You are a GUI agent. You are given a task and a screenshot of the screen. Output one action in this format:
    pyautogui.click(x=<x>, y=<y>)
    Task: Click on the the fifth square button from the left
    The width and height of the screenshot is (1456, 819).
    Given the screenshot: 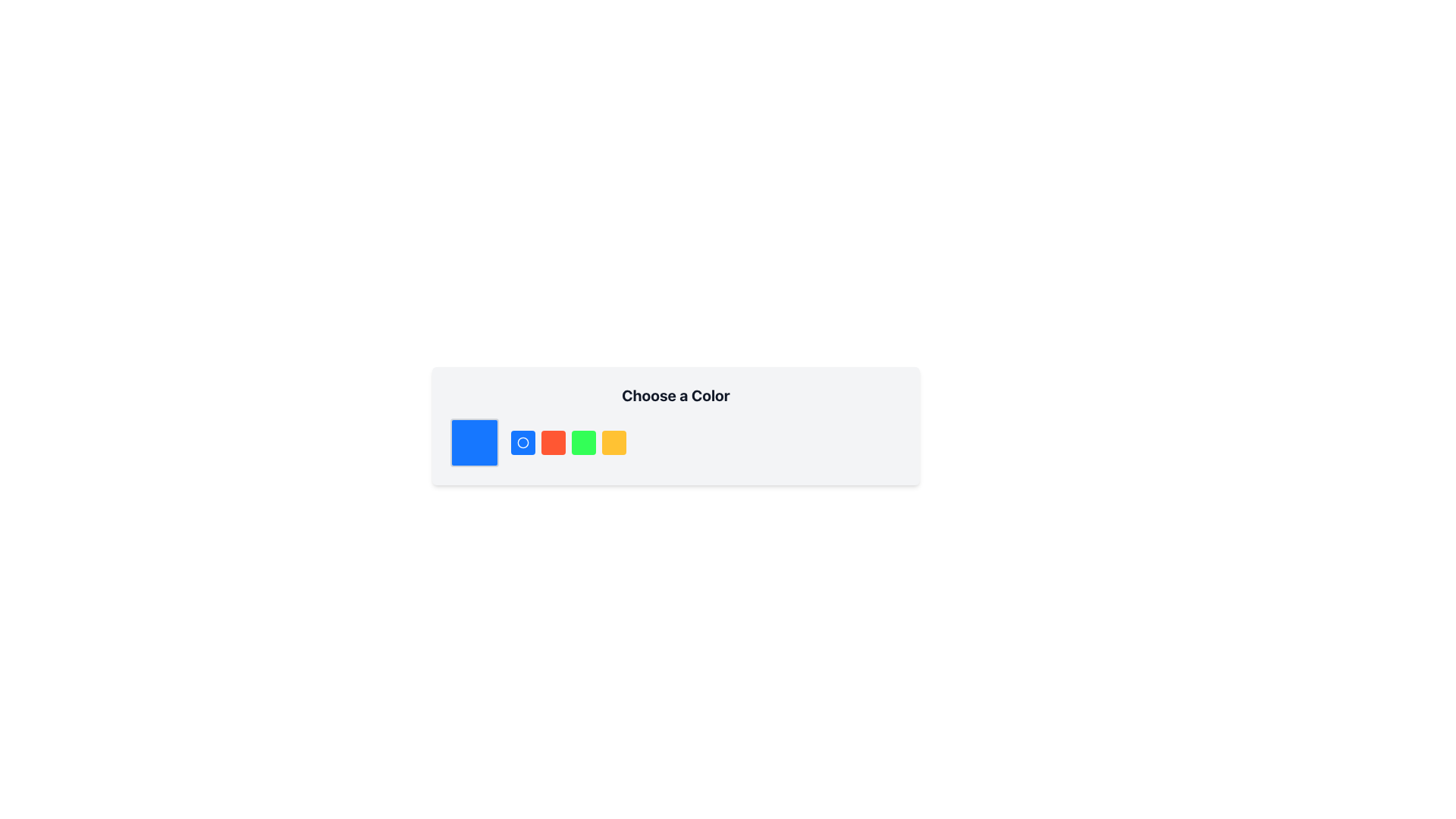 What is the action you would take?
    pyautogui.click(x=582, y=442)
    